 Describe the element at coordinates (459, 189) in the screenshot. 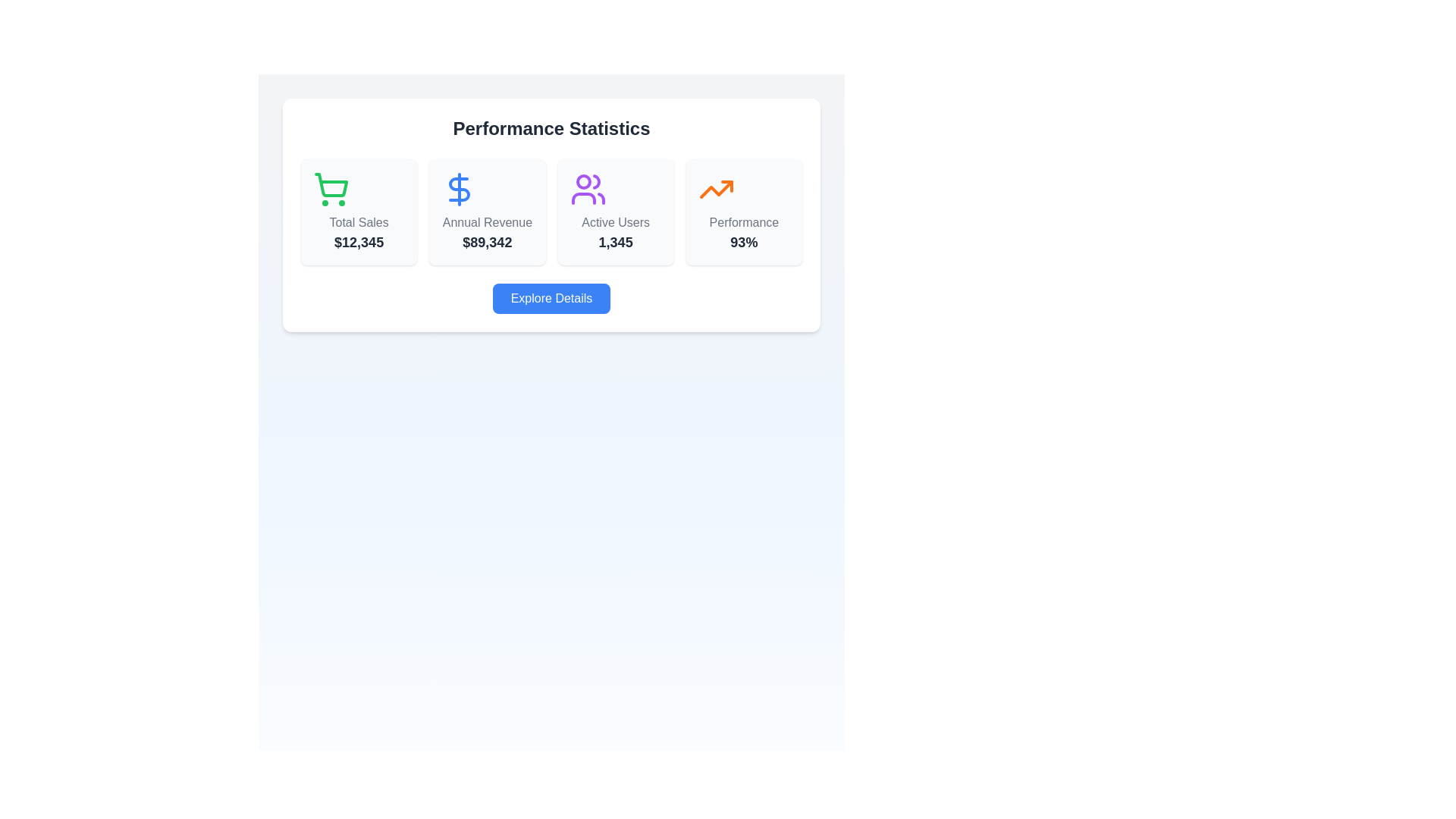

I see `the monetary revenue icon located in the 'Annual Revenue' card, which is the second card from the left in the 'Performance Statistics' section` at that location.